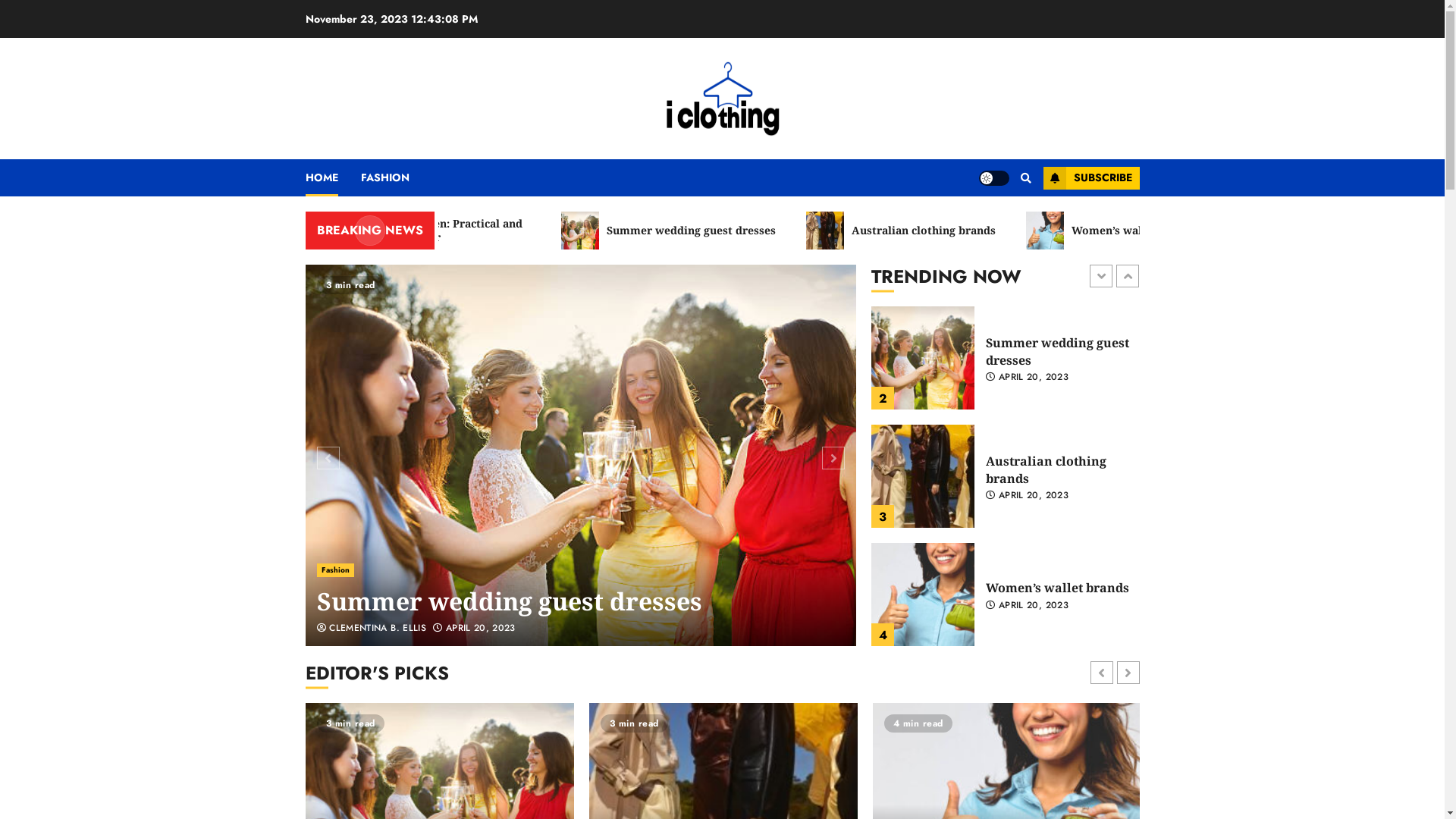 This screenshot has height=819, width=1456. I want to click on 'Summer wedding guest dresses', so click(510, 601).